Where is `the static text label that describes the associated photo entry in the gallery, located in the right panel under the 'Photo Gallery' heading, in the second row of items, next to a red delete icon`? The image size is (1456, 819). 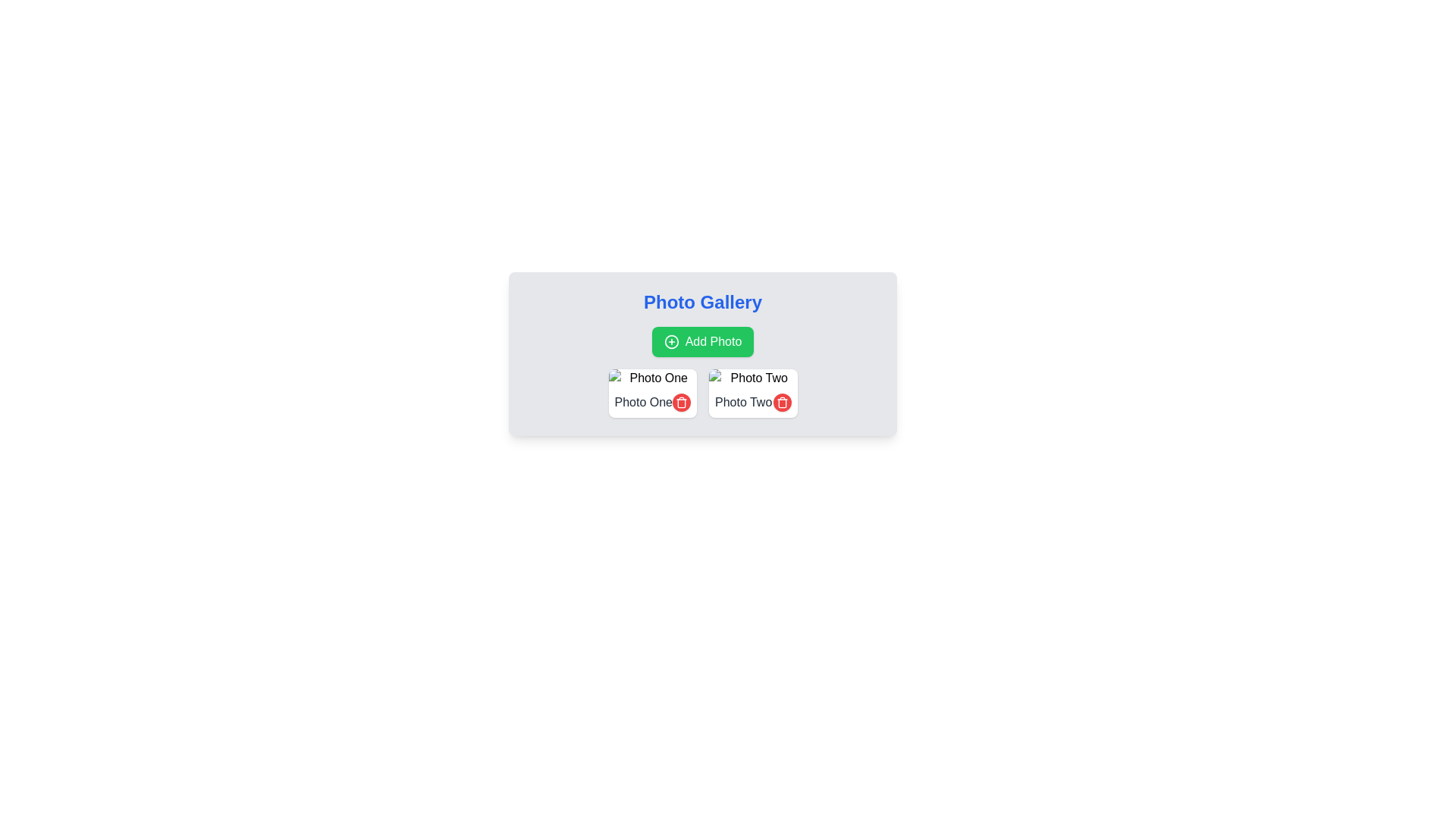 the static text label that describes the associated photo entry in the gallery, located in the right panel under the 'Photo Gallery' heading, in the second row of items, next to a red delete icon is located at coordinates (743, 402).